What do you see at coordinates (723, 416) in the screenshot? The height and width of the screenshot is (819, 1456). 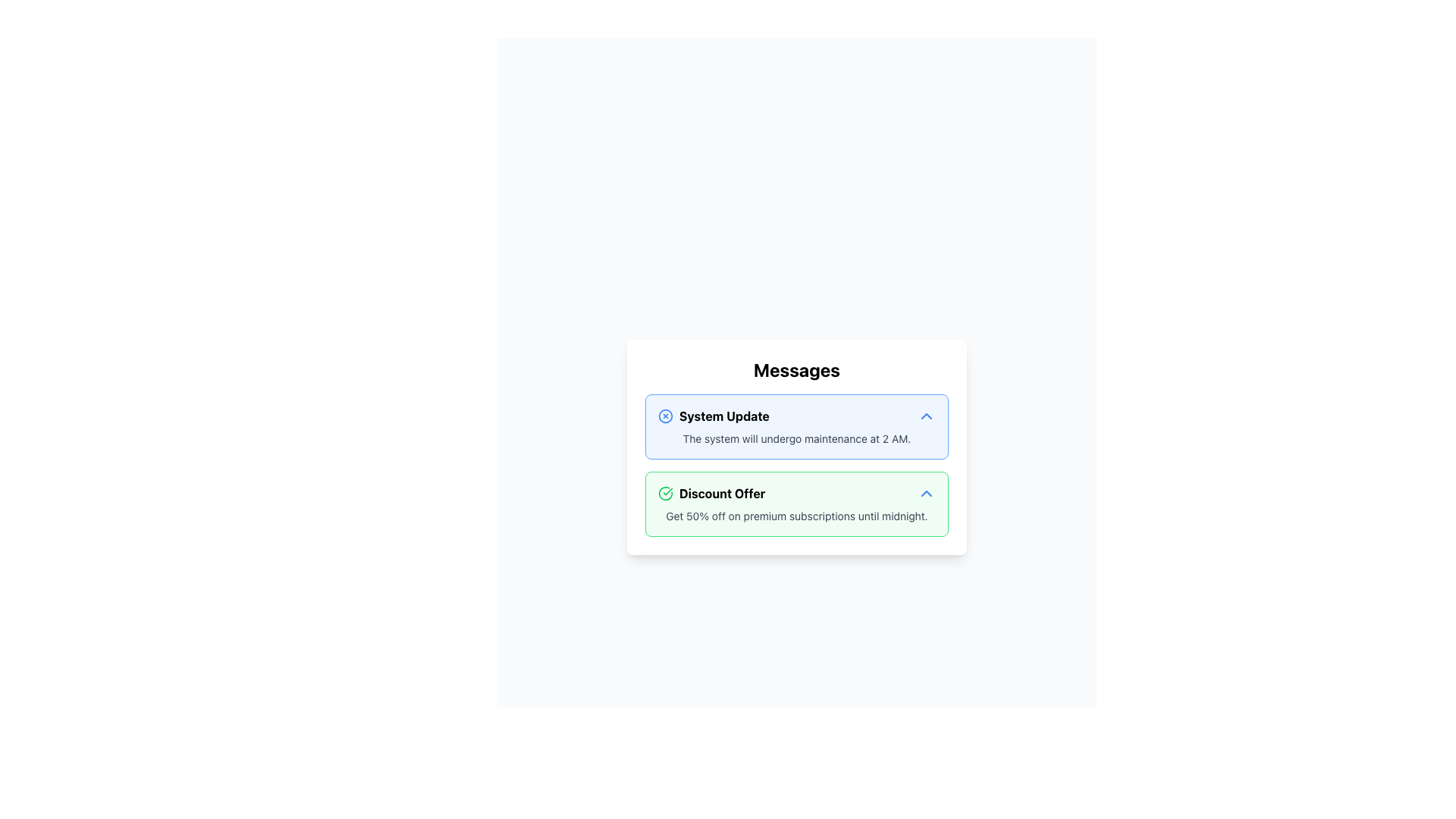 I see `the bold text label 'System Update'` at bounding box center [723, 416].